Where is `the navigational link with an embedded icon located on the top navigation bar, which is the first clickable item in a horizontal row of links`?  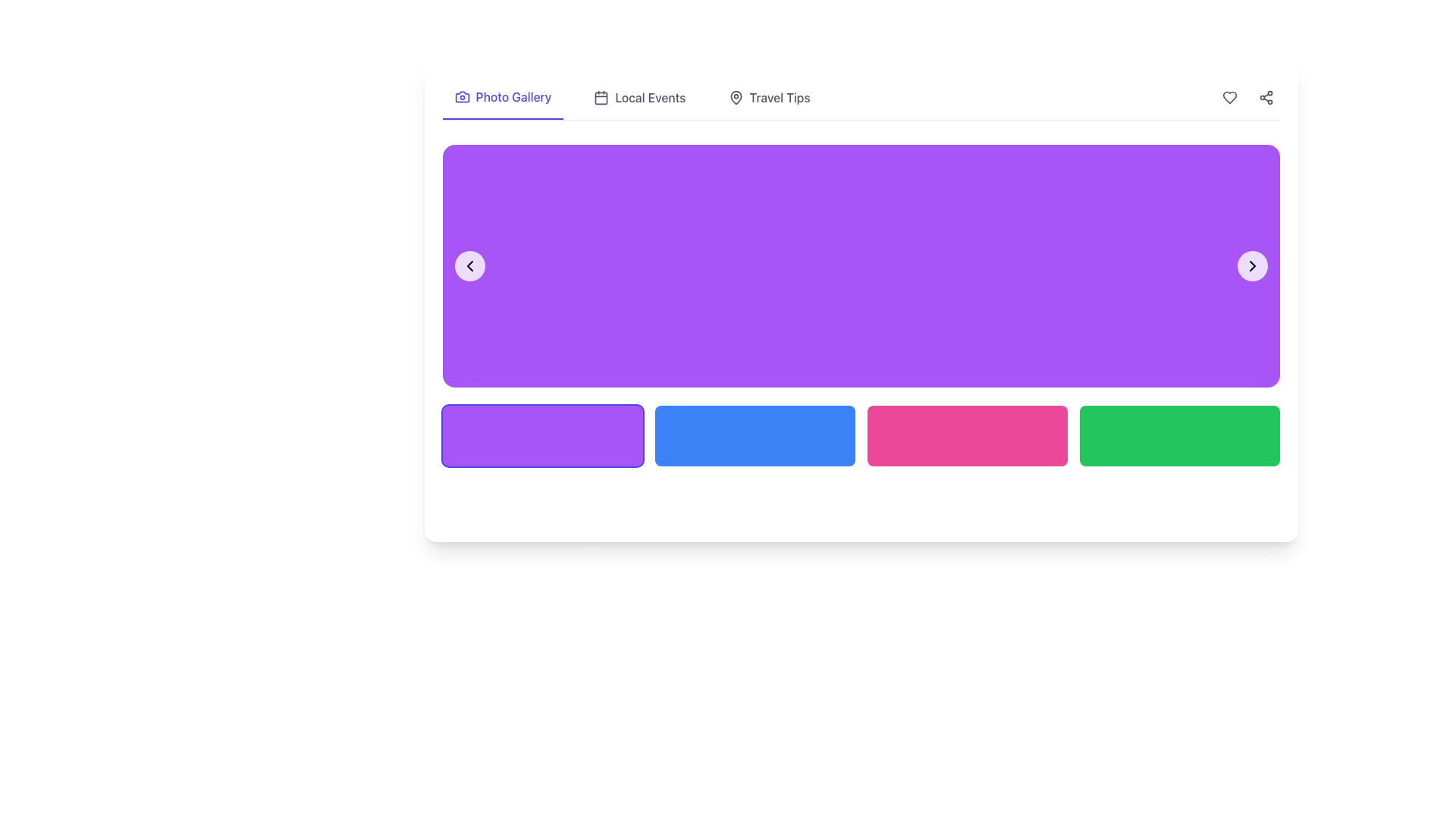
the navigational link with an embedded icon located on the top navigation bar, which is the first clickable item in a horizontal row of links is located at coordinates (502, 97).